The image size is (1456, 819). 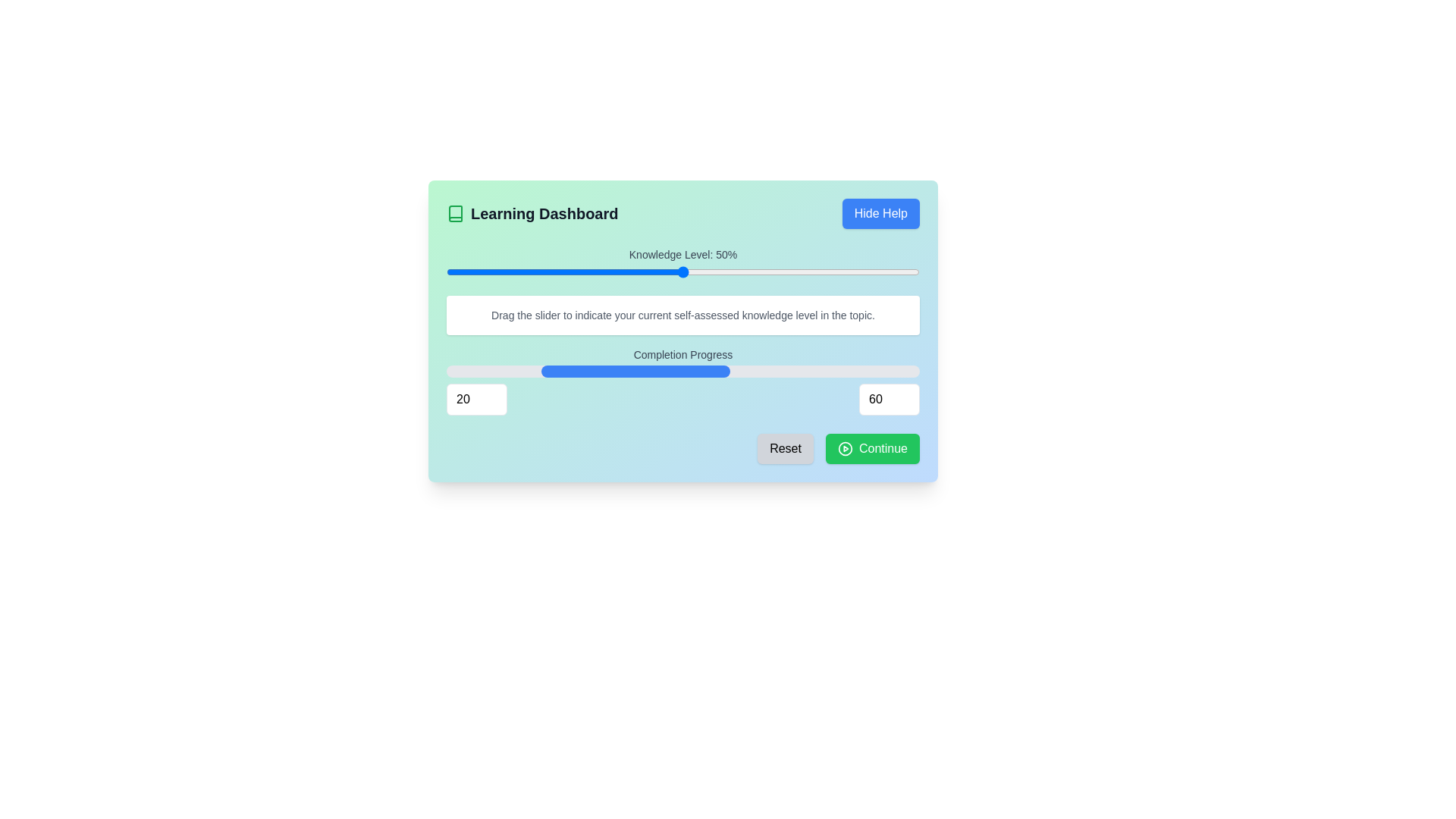 I want to click on the knowledge level, so click(x=810, y=271).